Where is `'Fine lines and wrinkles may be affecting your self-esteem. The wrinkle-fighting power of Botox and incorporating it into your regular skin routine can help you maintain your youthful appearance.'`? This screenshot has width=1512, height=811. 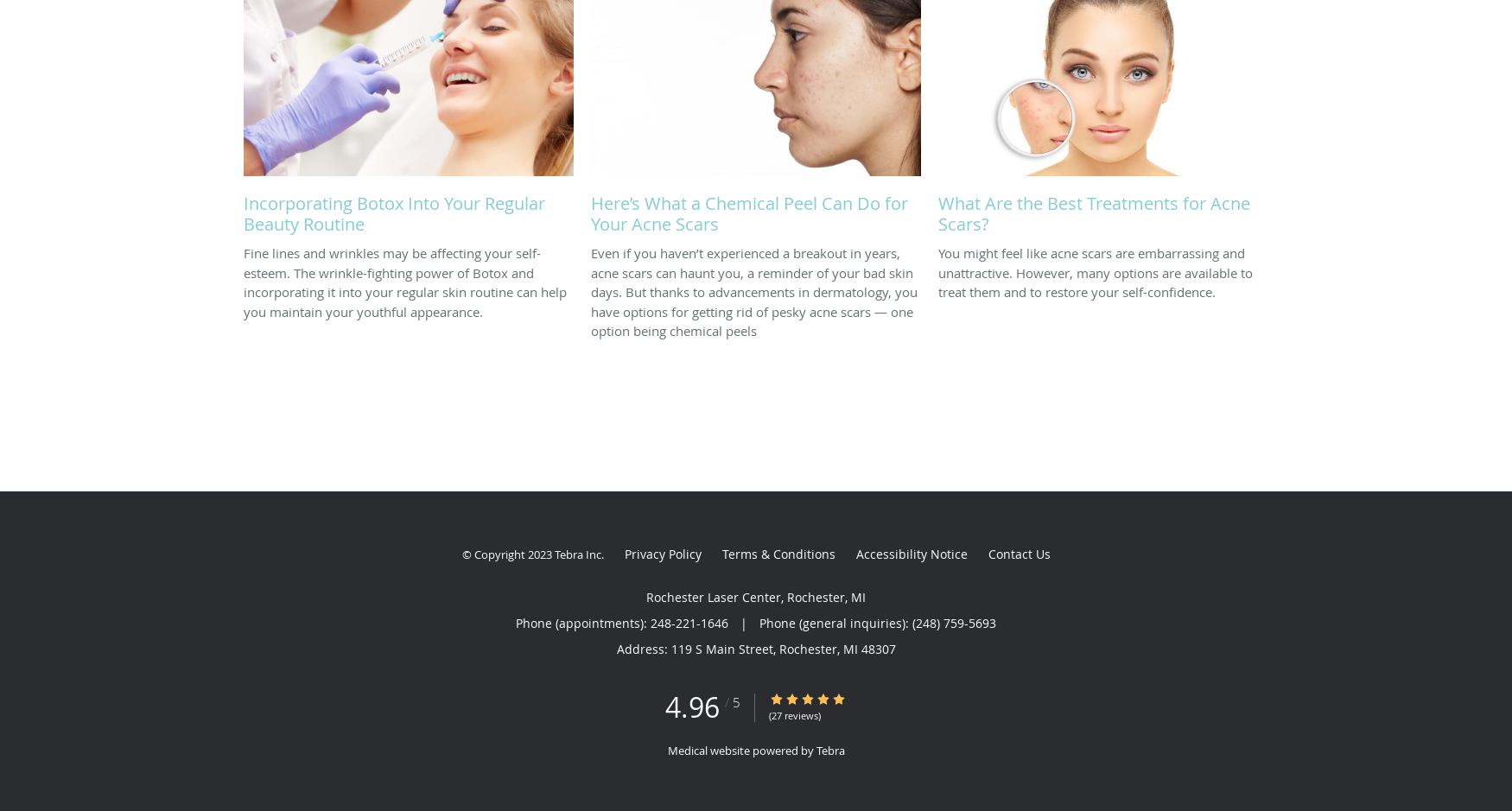
'Fine lines and wrinkles may be affecting your self-esteem. The wrinkle-fighting power of Botox and incorporating it into your regular skin routine can help you maintain your youthful appearance.' is located at coordinates (405, 281).